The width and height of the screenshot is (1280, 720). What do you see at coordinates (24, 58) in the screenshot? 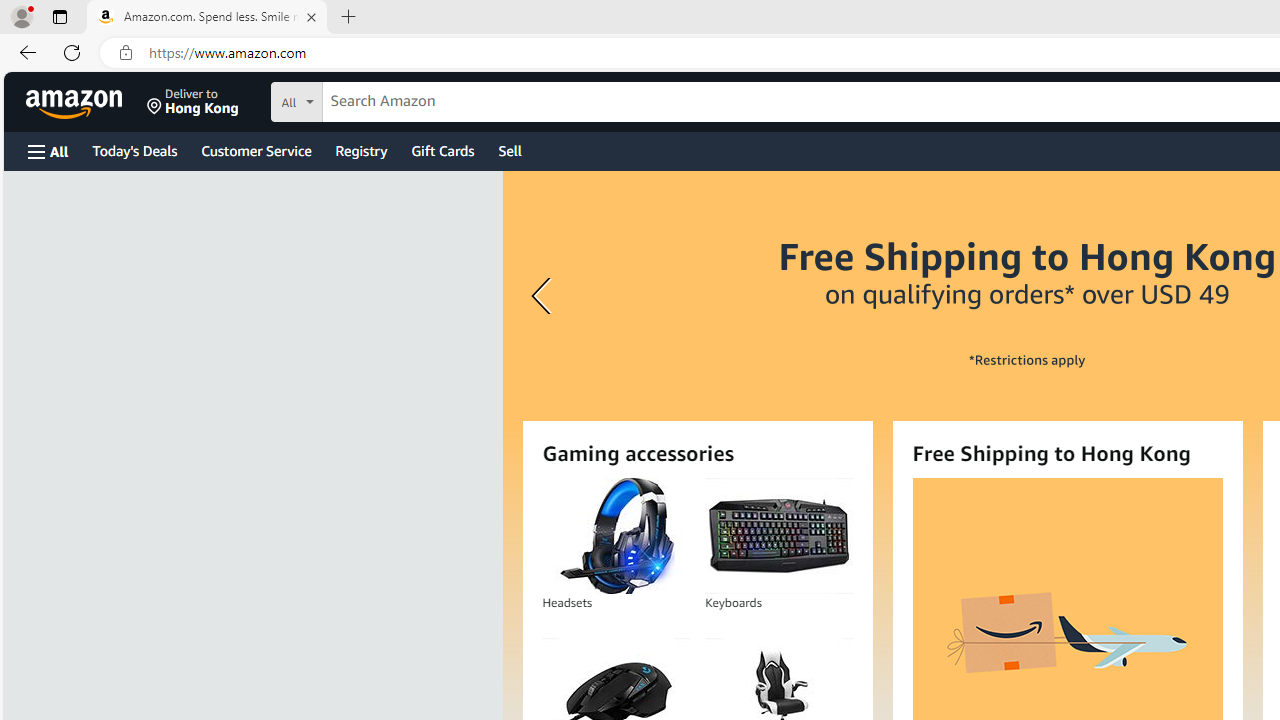
I see `'Explorer (Ctrl+Shift+E)'` at bounding box center [24, 58].